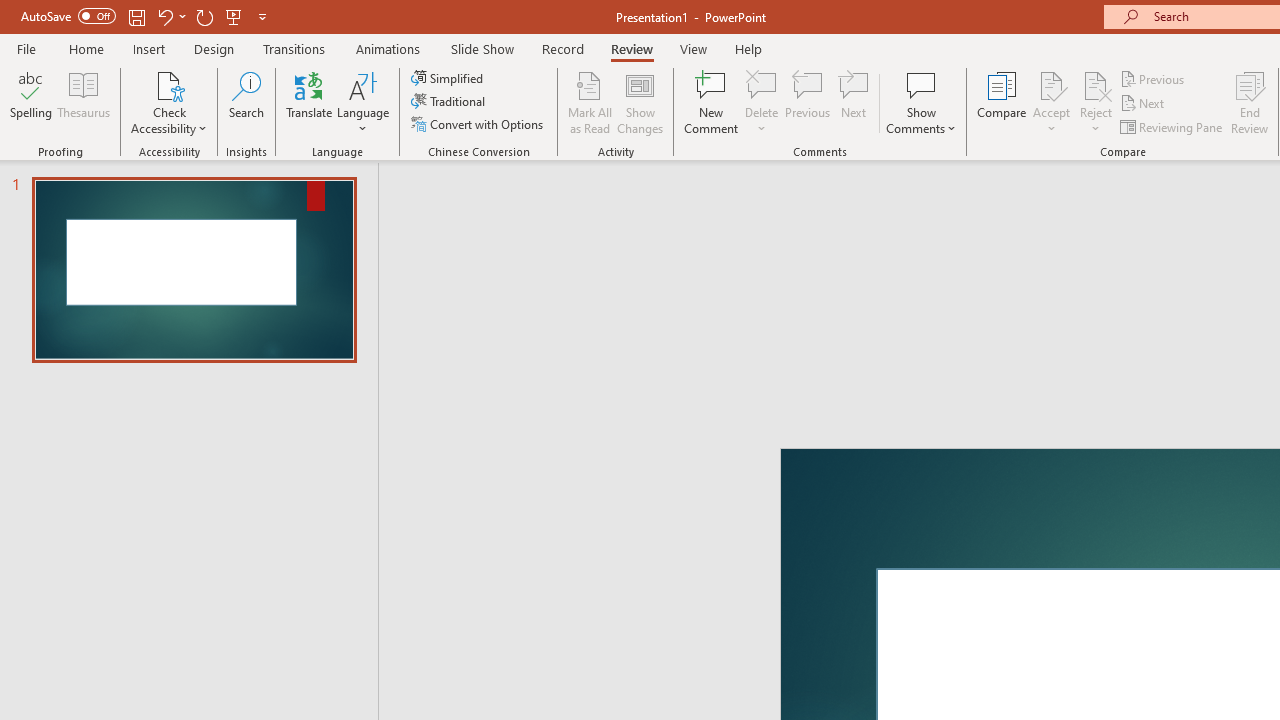  Describe the element at coordinates (448, 101) in the screenshot. I see `'Traditional'` at that location.